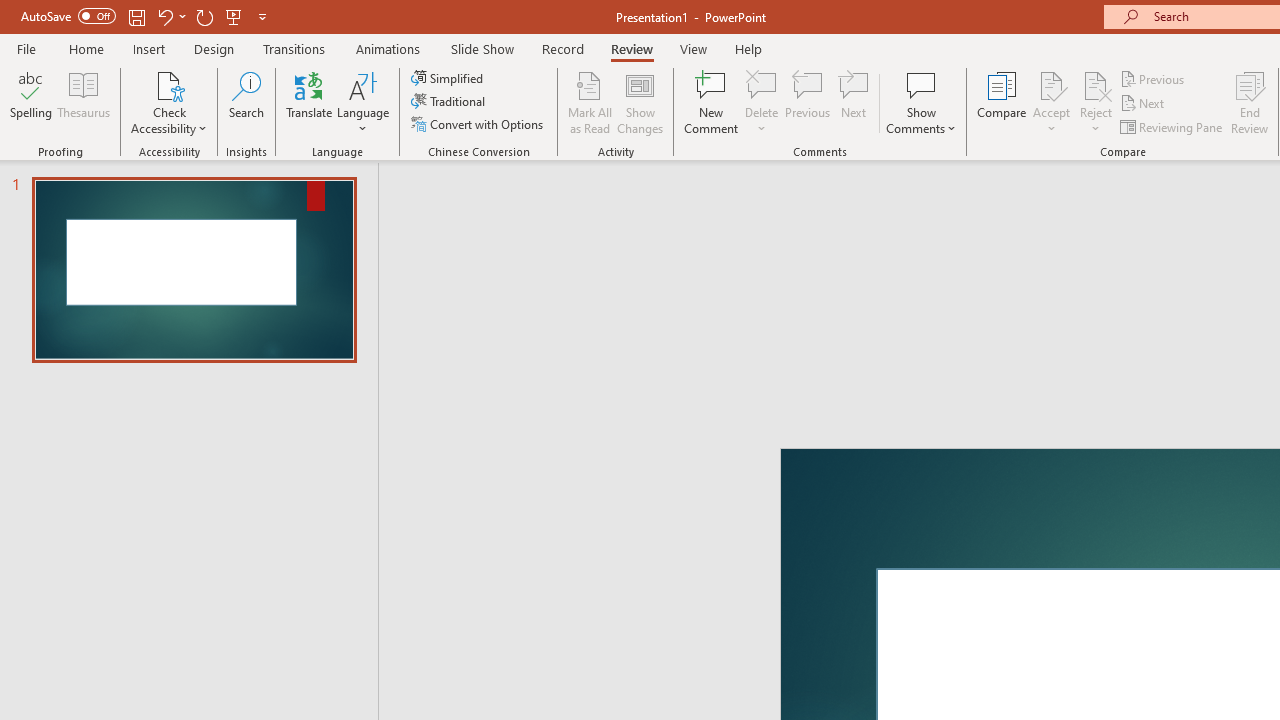  Describe the element at coordinates (448, 101) in the screenshot. I see `'Traditional'` at that location.